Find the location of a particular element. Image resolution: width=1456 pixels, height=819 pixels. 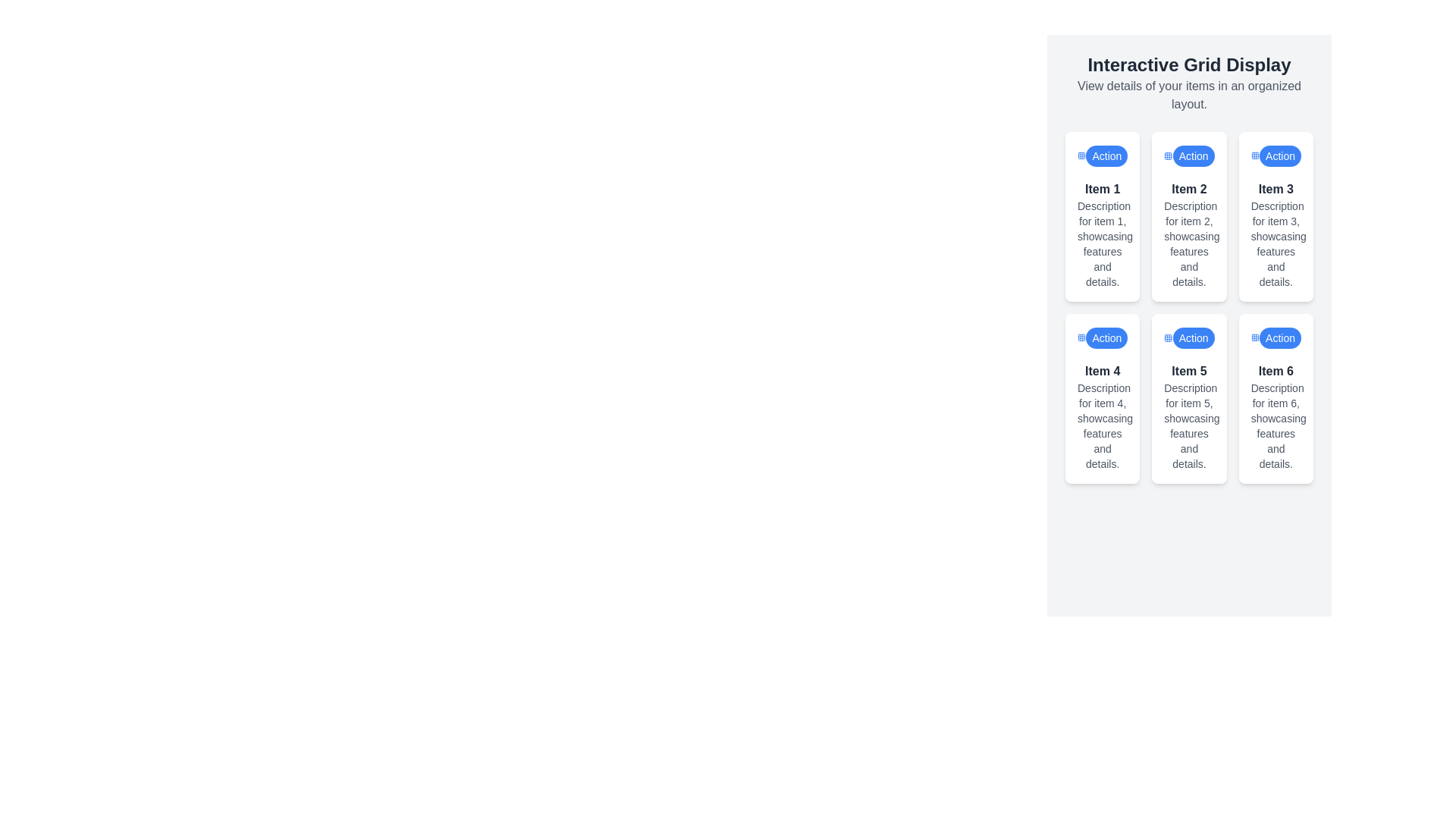

text label that serves as the title for the first card in the grid layout, located in the upper-left corner above the descriptive text is located at coordinates (1103, 189).